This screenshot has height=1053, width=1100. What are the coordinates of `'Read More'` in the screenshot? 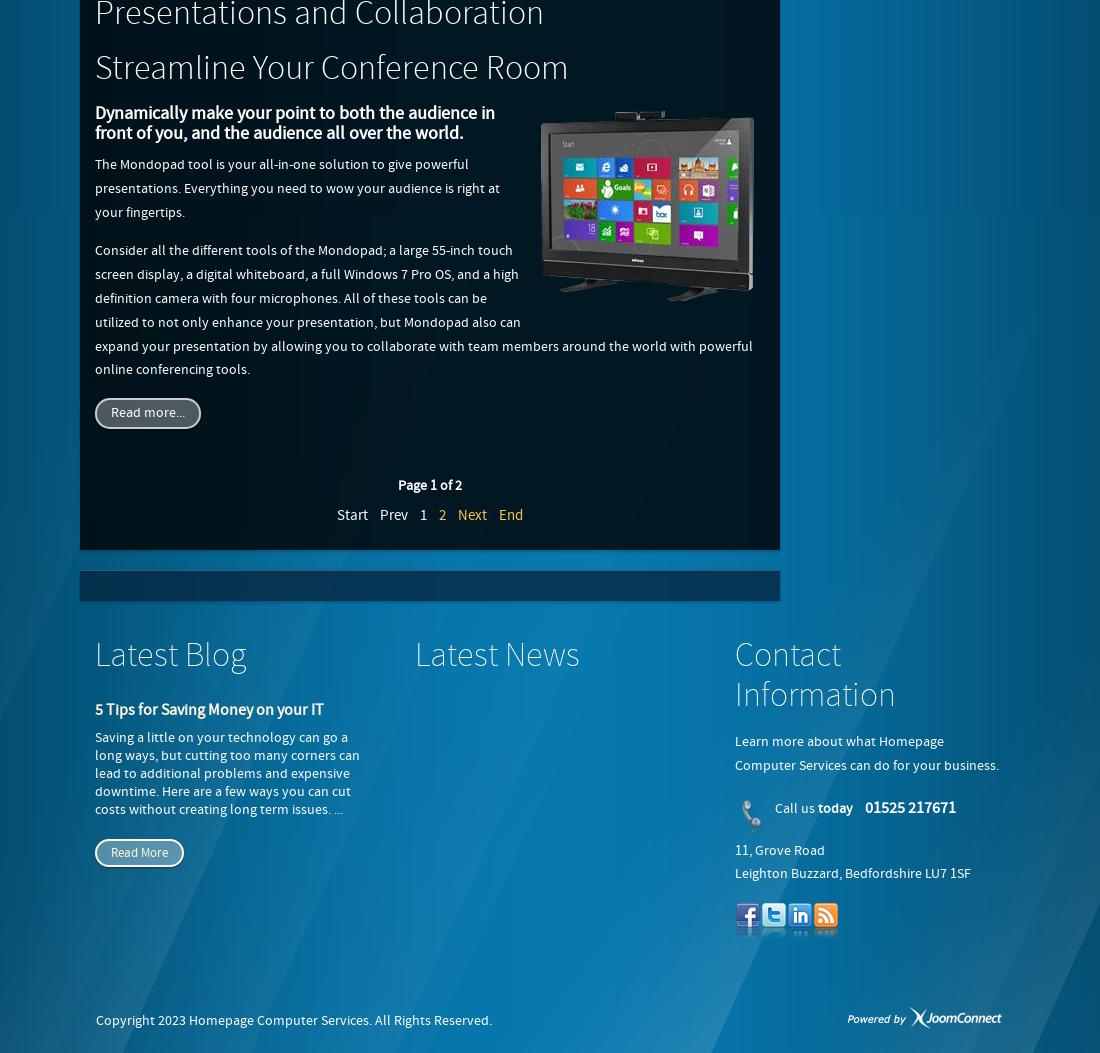 It's located at (138, 852).